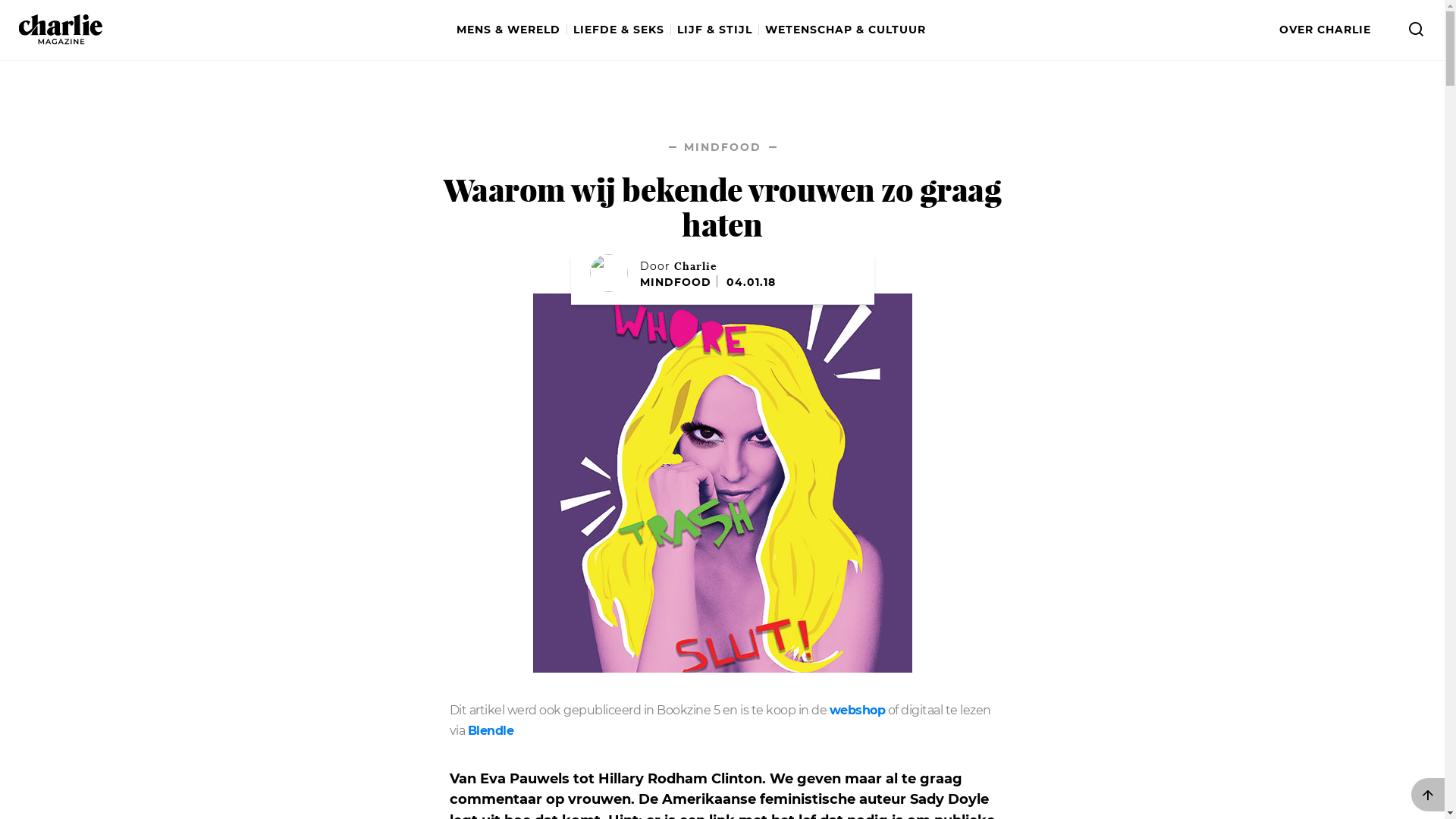  Describe the element at coordinates (843, 30) in the screenshot. I see `'WETENSCHAP & CULTUUR'` at that location.